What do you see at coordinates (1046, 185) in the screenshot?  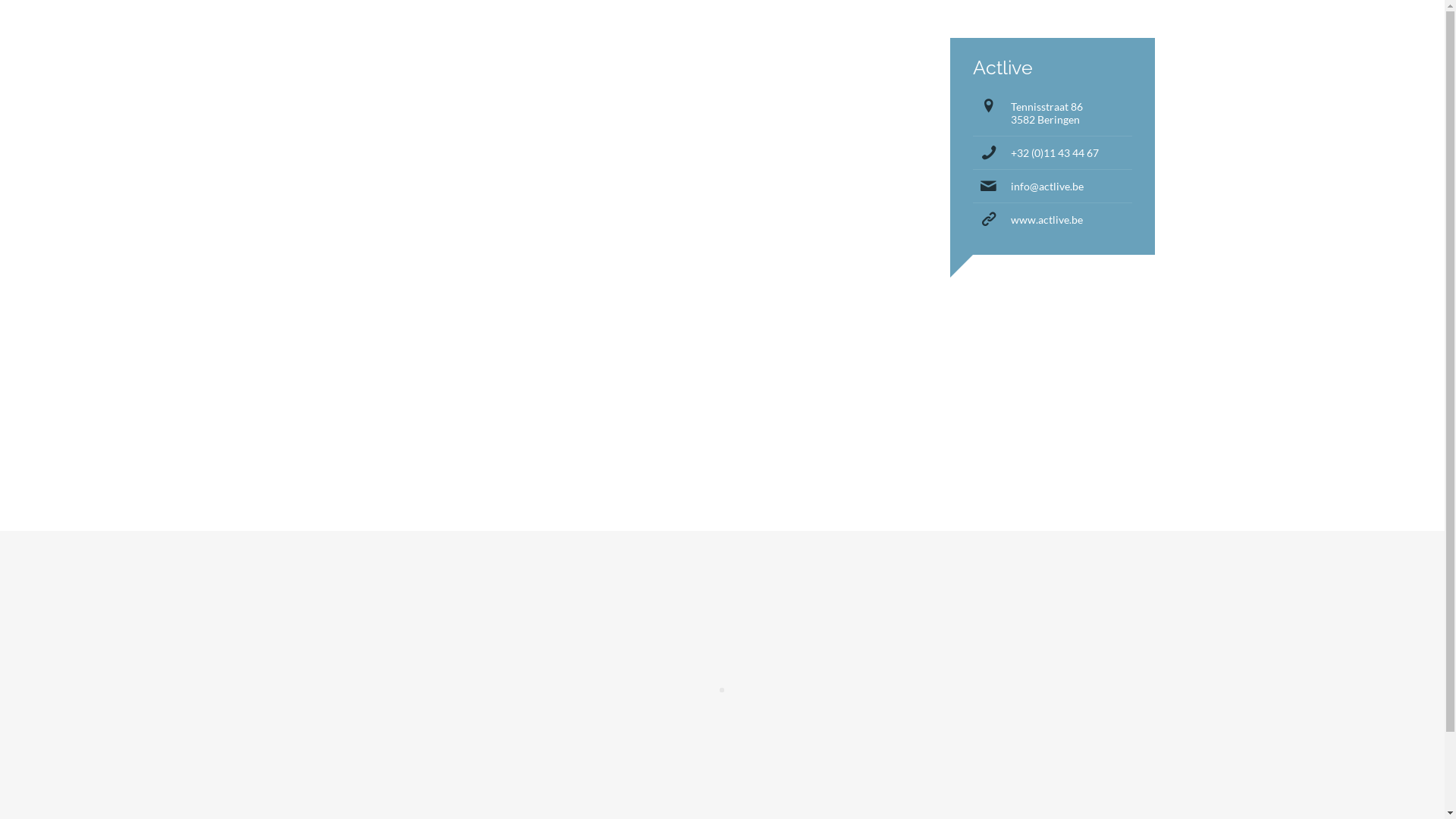 I see `'info@actlive.be'` at bounding box center [1046, 185].